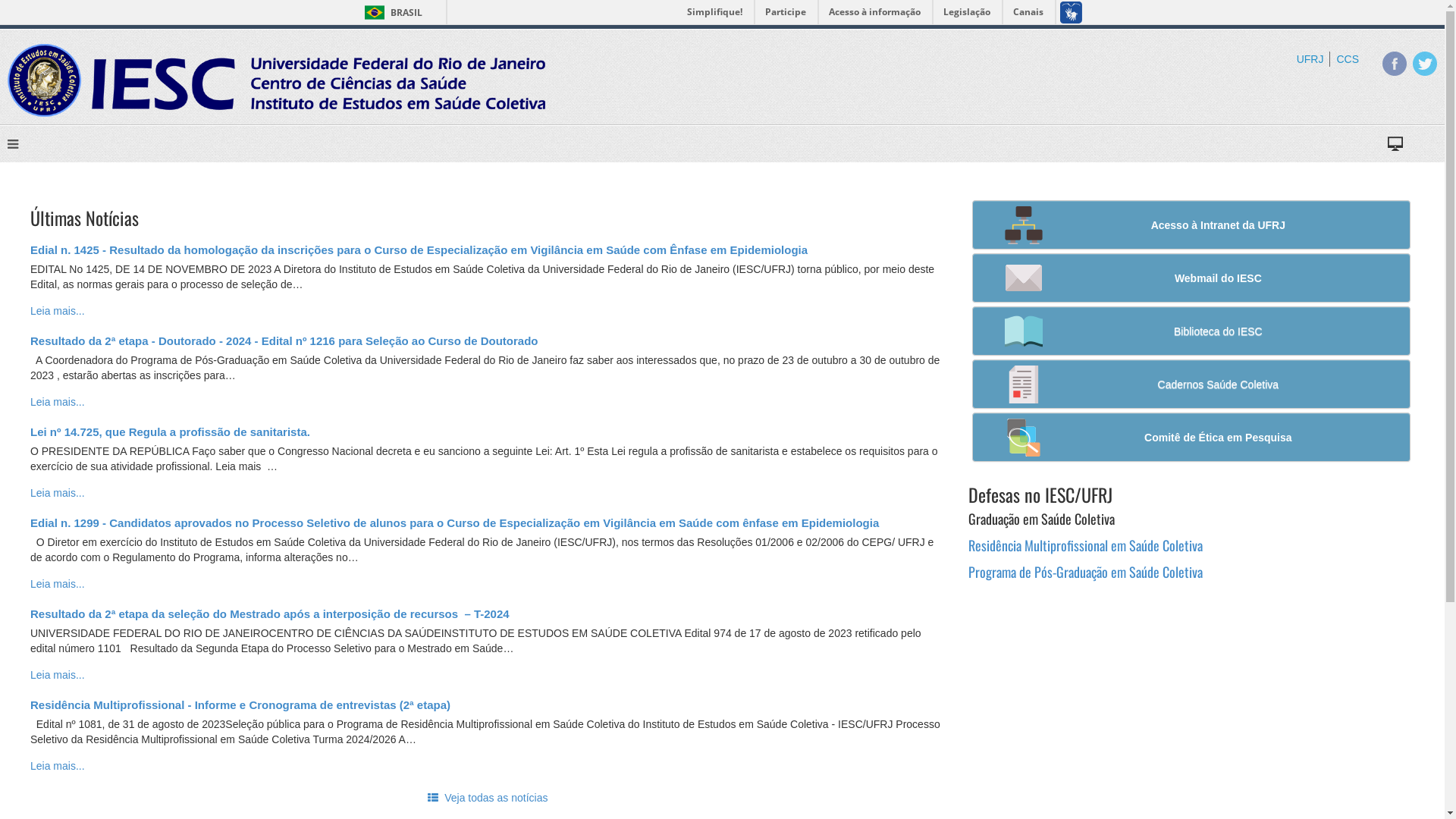 Image resolution: width=1456 pixels, height=819 pixels. I want to click on 'Leia mais...', so click(58, 309).